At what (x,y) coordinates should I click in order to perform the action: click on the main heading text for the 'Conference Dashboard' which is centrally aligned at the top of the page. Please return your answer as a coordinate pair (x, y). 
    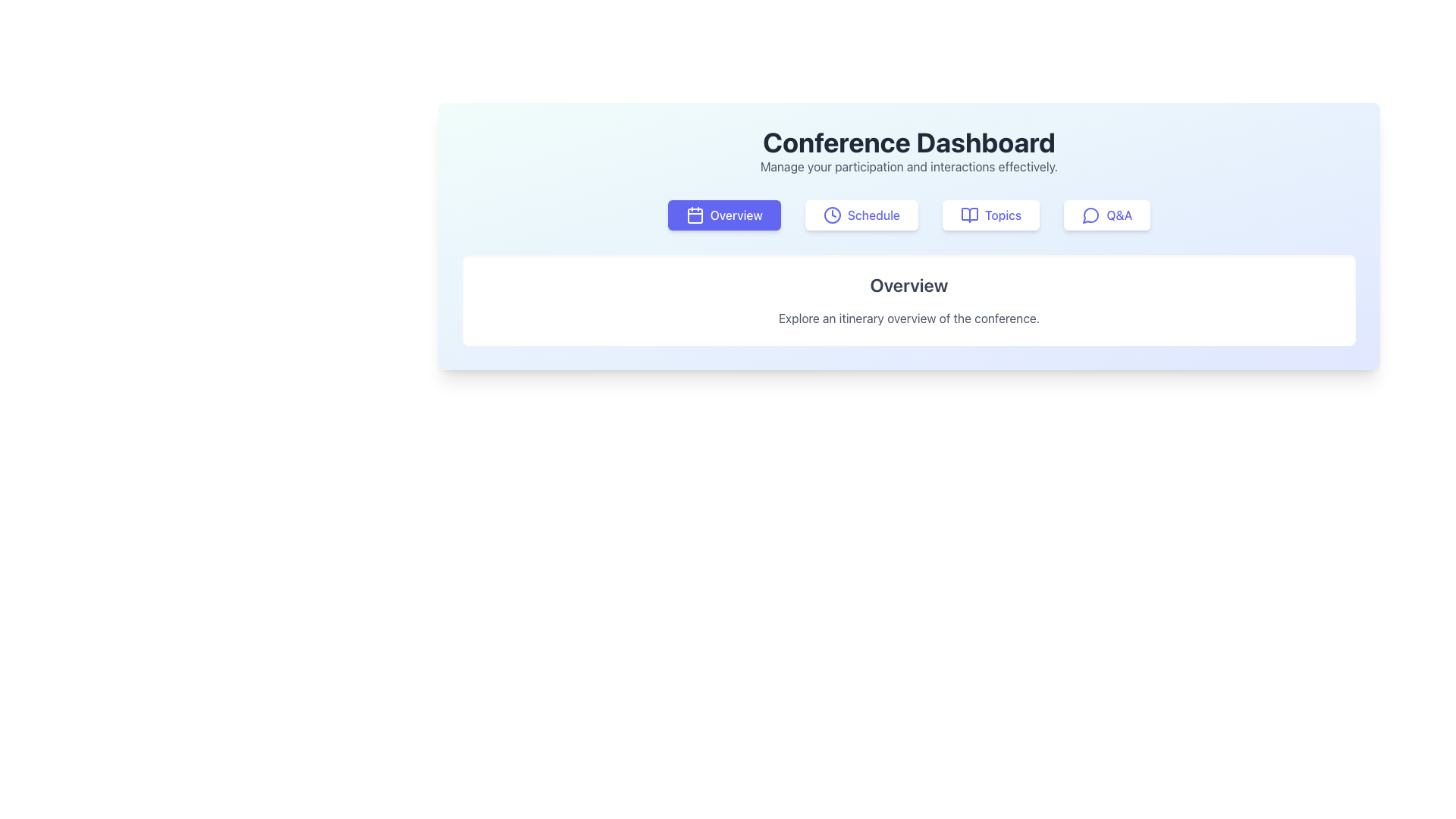
    Looking at the image, I should click on (909, 143).